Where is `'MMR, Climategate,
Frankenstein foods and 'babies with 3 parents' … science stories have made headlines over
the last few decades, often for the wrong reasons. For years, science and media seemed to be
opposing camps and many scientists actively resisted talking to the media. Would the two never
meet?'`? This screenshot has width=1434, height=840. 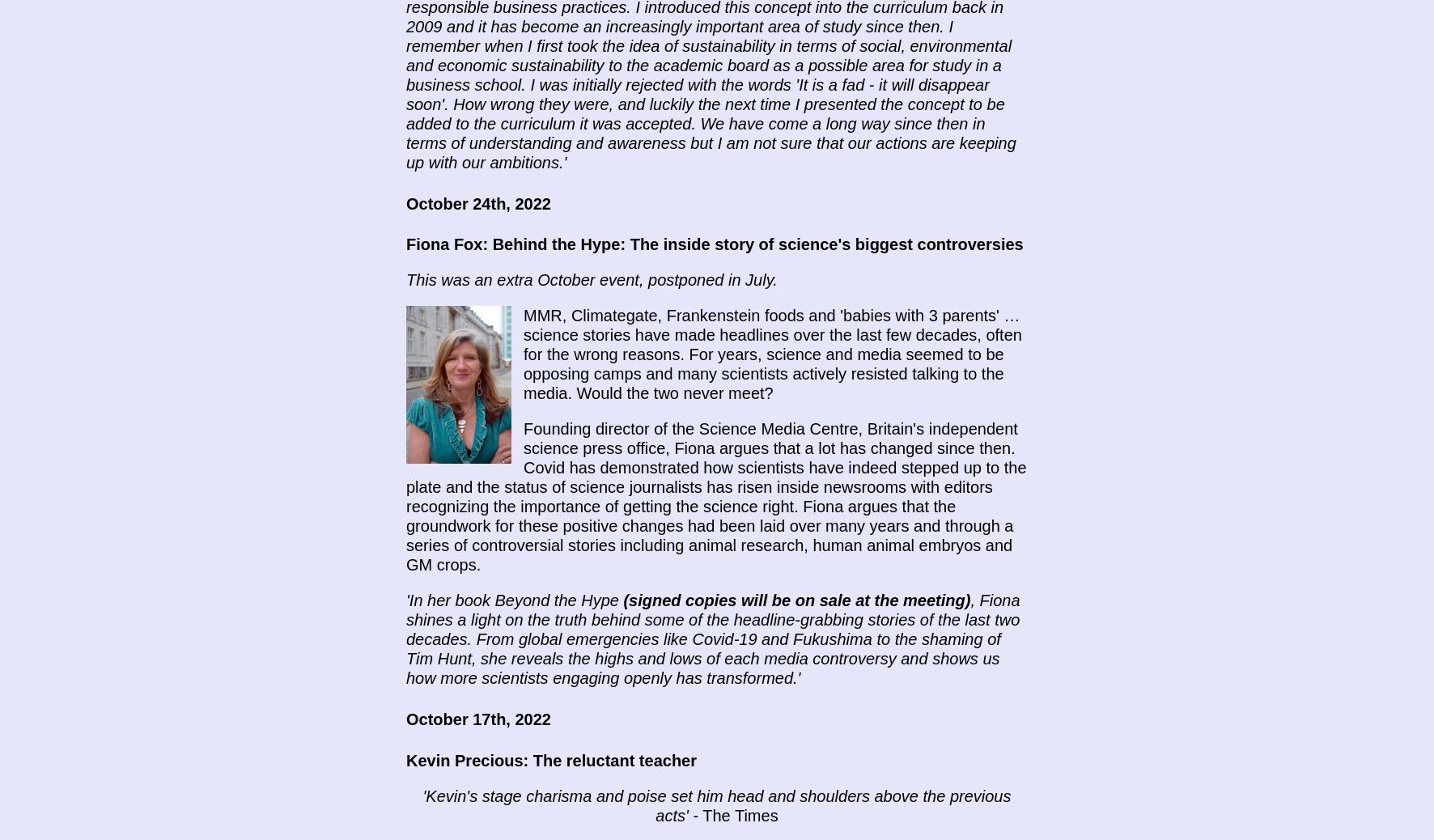
'MMR, Climategate,
Frankenstein foods and 'babies with 3 parents' … science stories have made headlines over
the last few decades, often for the wrong reasons. For years, science and media seemed to be
opposing camps and many scientists actively resisted talking to the media. Would the two never
meet?' is located at coordinates (523, 354).